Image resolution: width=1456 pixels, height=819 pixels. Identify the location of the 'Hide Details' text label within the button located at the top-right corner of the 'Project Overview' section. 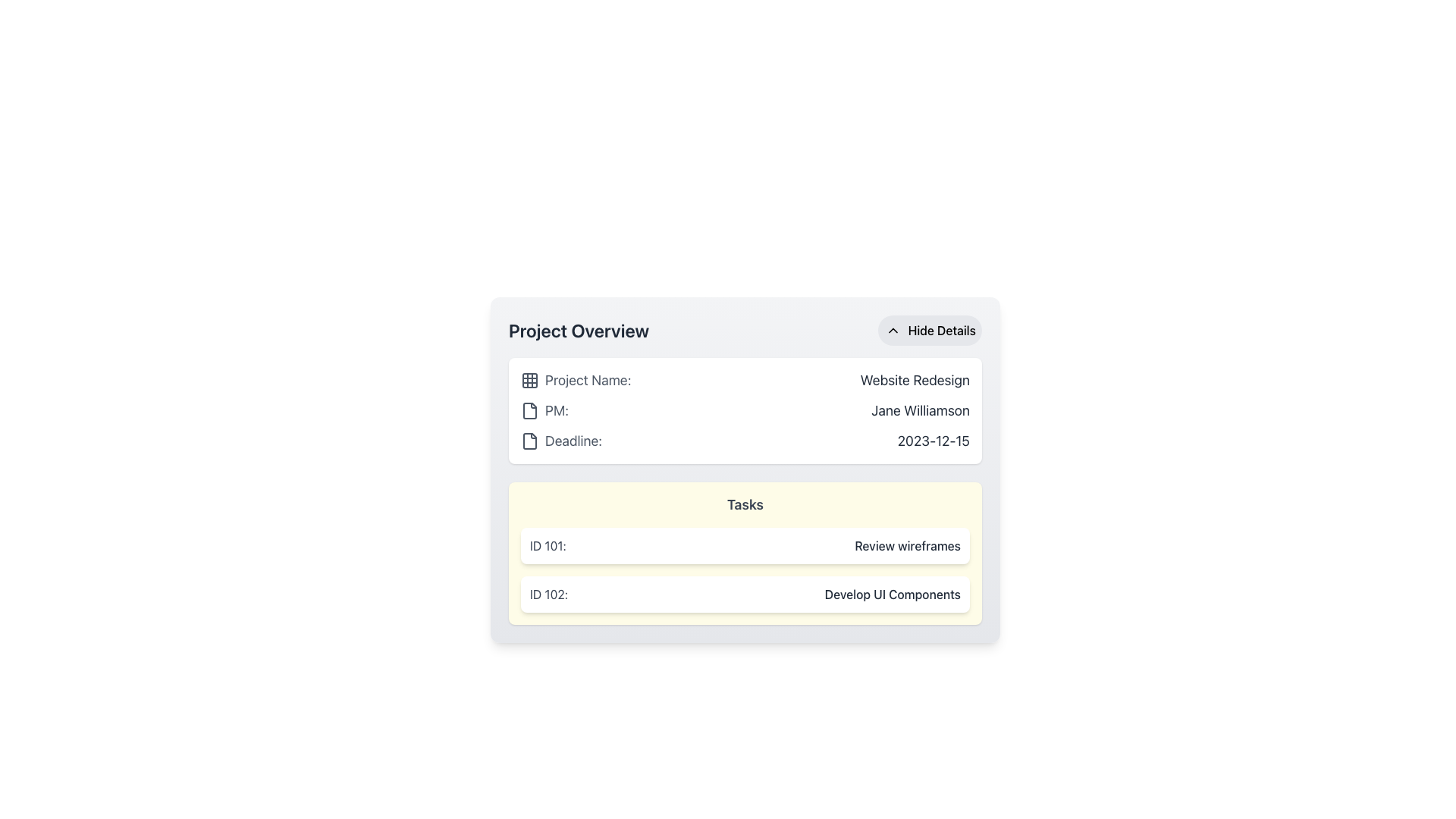
(941, 329).